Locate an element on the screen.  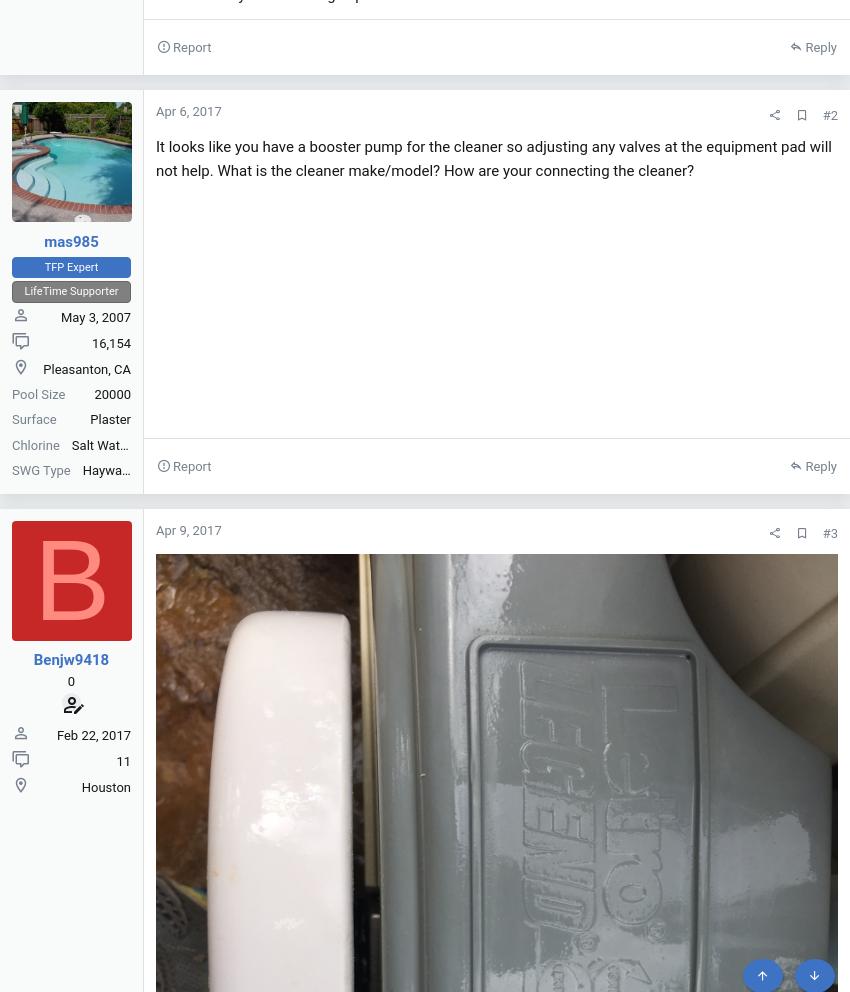
'Apr 9, 2017' is located at coordinates (155, 528).